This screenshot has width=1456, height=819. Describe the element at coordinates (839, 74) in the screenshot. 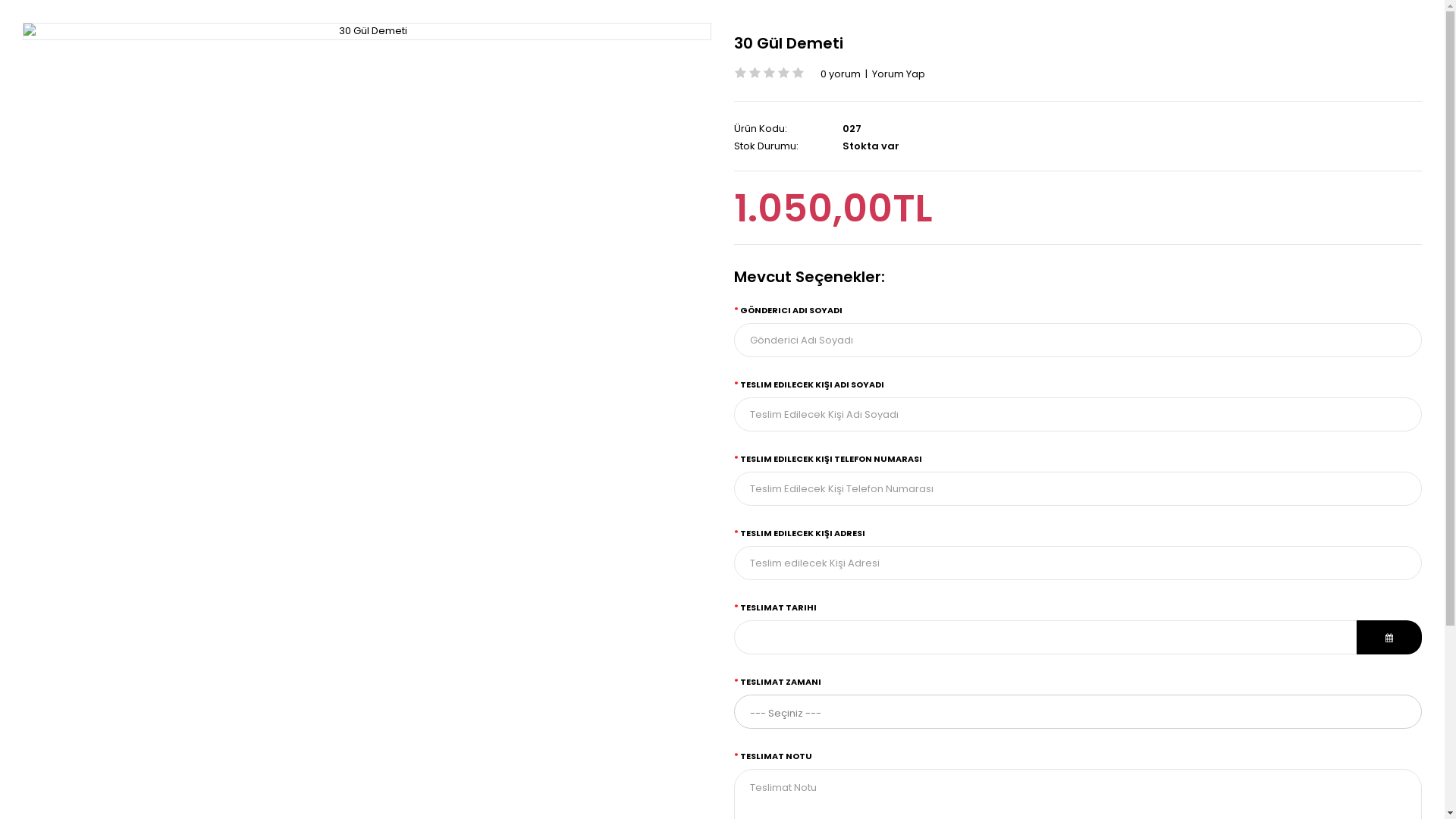

I see `'0 yorum'` at that location.